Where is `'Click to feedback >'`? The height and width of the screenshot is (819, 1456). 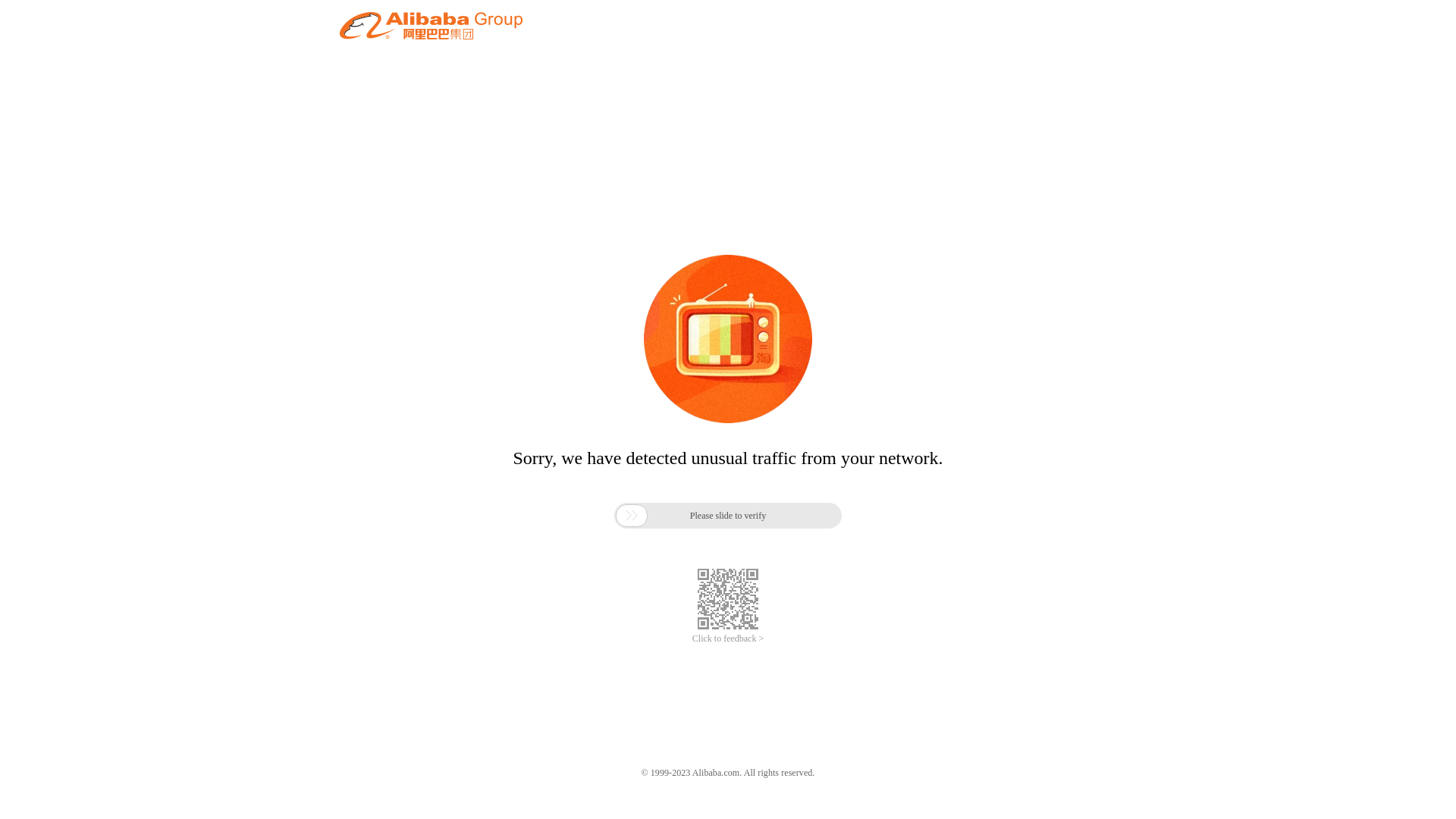 'Click to feedback >' is located at coordinates (728, 639).